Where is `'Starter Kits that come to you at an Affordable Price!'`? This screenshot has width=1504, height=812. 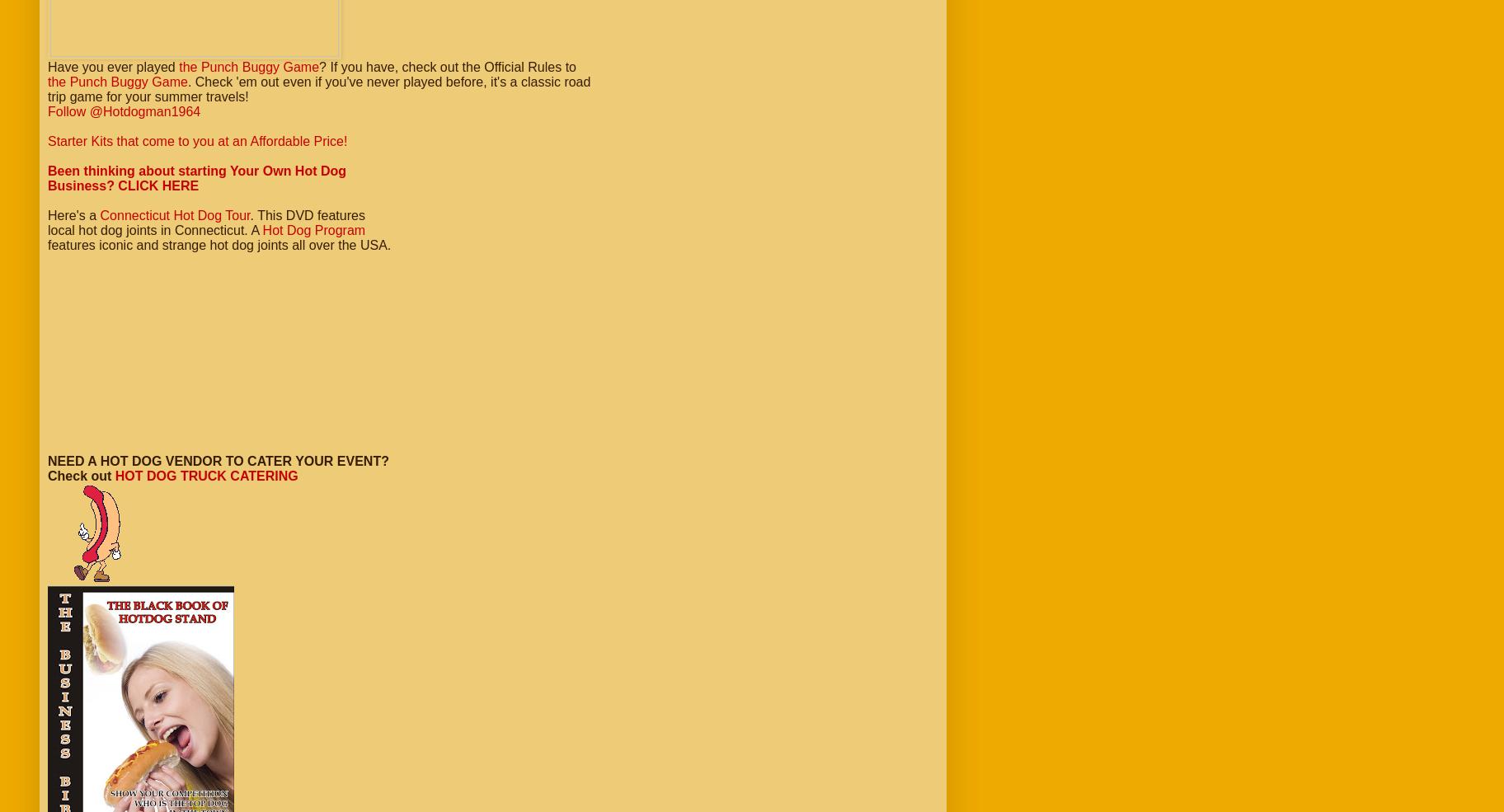 'Starter Kits that come to you at an Affordable Price!' is located at coordinates (197, 141).